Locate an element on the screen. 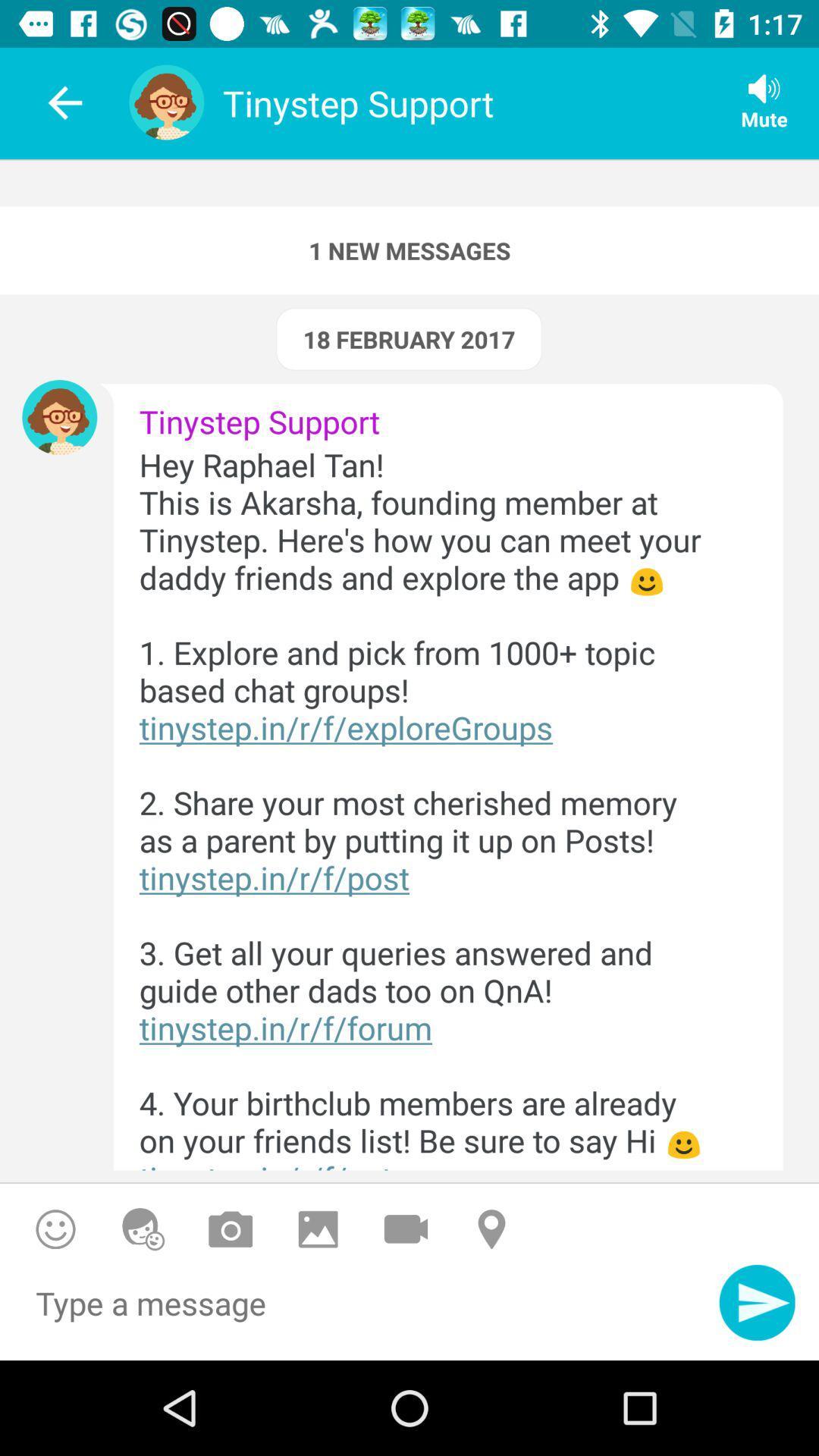 This screenshot has height=1456, width=819. take photo is located at coordinates (231, 1229).